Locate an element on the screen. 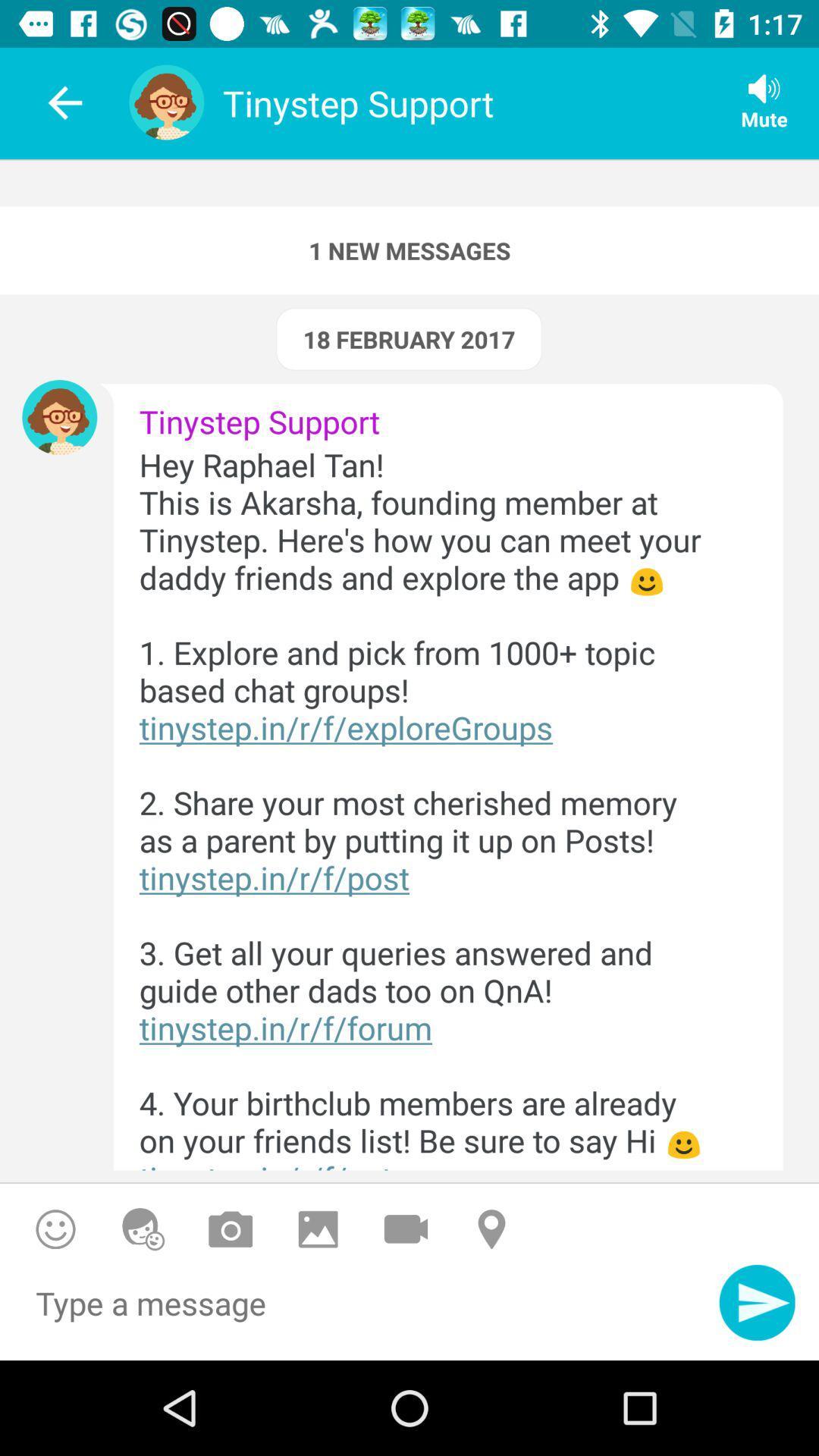 This screenshot has height=1456, width=819. take photo is located at coordinates (231, 1229).